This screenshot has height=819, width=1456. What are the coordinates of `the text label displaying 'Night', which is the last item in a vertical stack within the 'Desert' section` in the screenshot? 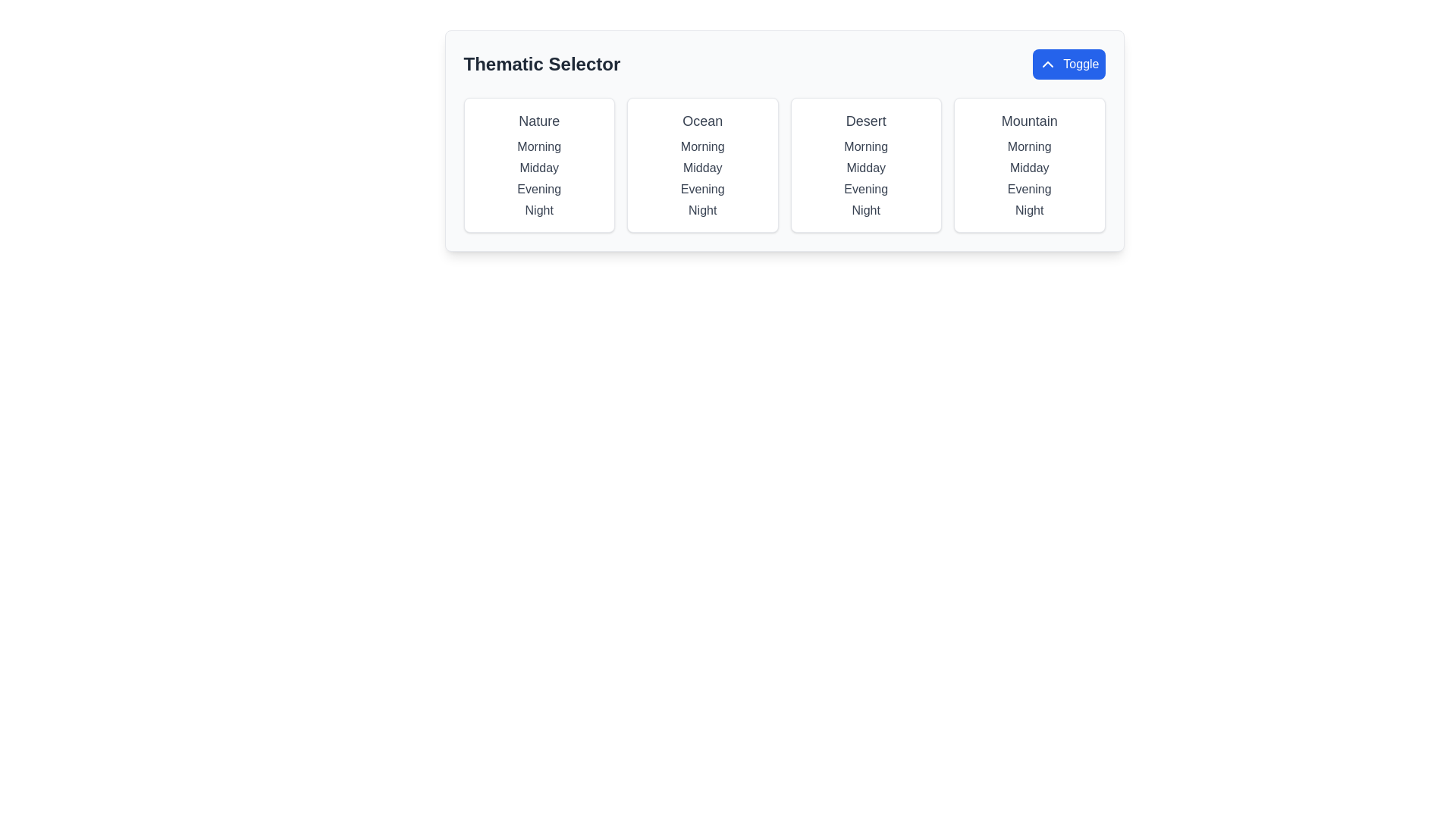 It's located at (866, 210).